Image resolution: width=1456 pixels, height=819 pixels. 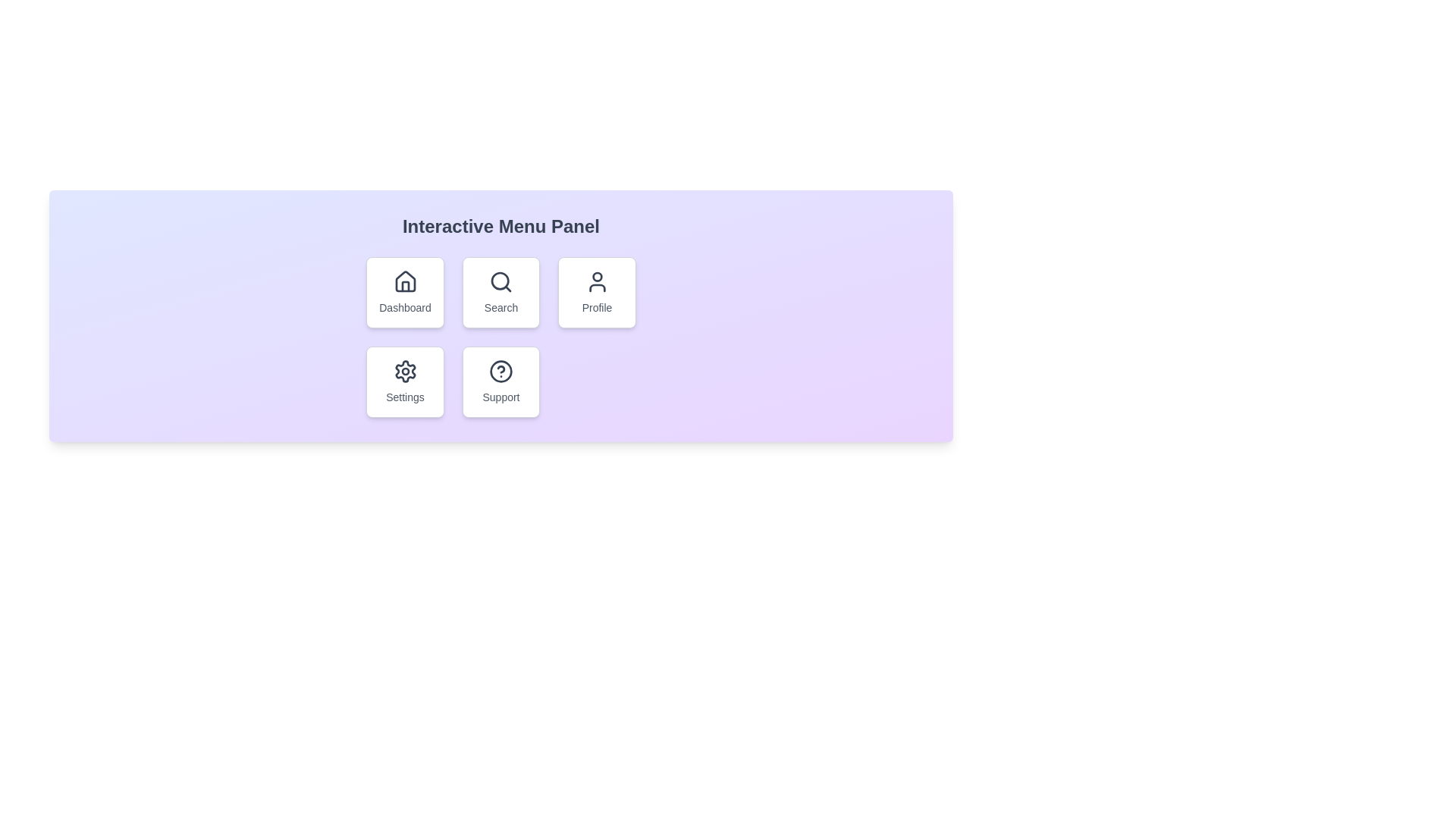 I want to click on the 'Profile' icon located in the top-right position of the grid layout within the card labeled 'Profile', so click(x=596, y=281).